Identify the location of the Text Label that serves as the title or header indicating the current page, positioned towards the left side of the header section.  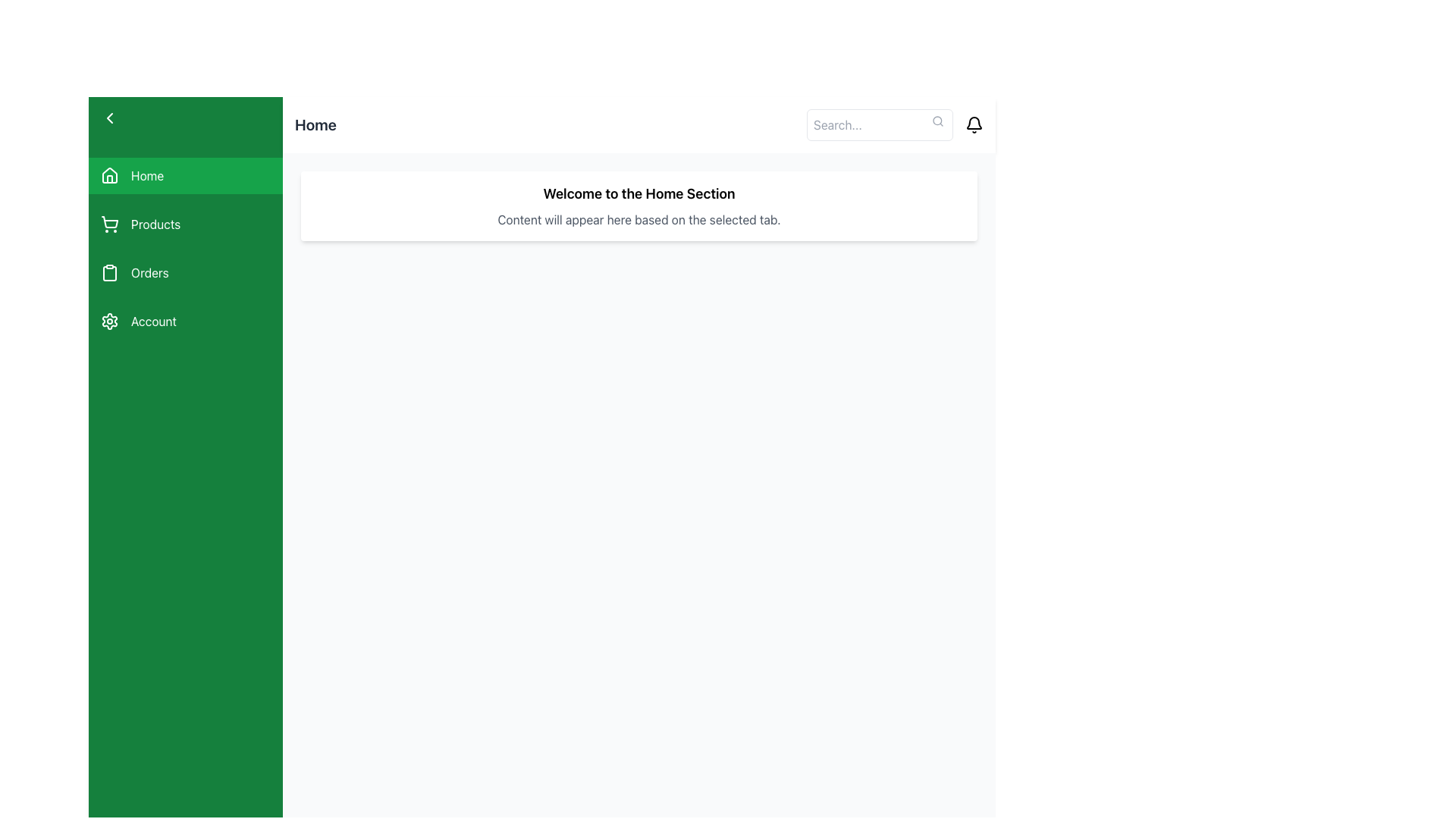
(315, 124).